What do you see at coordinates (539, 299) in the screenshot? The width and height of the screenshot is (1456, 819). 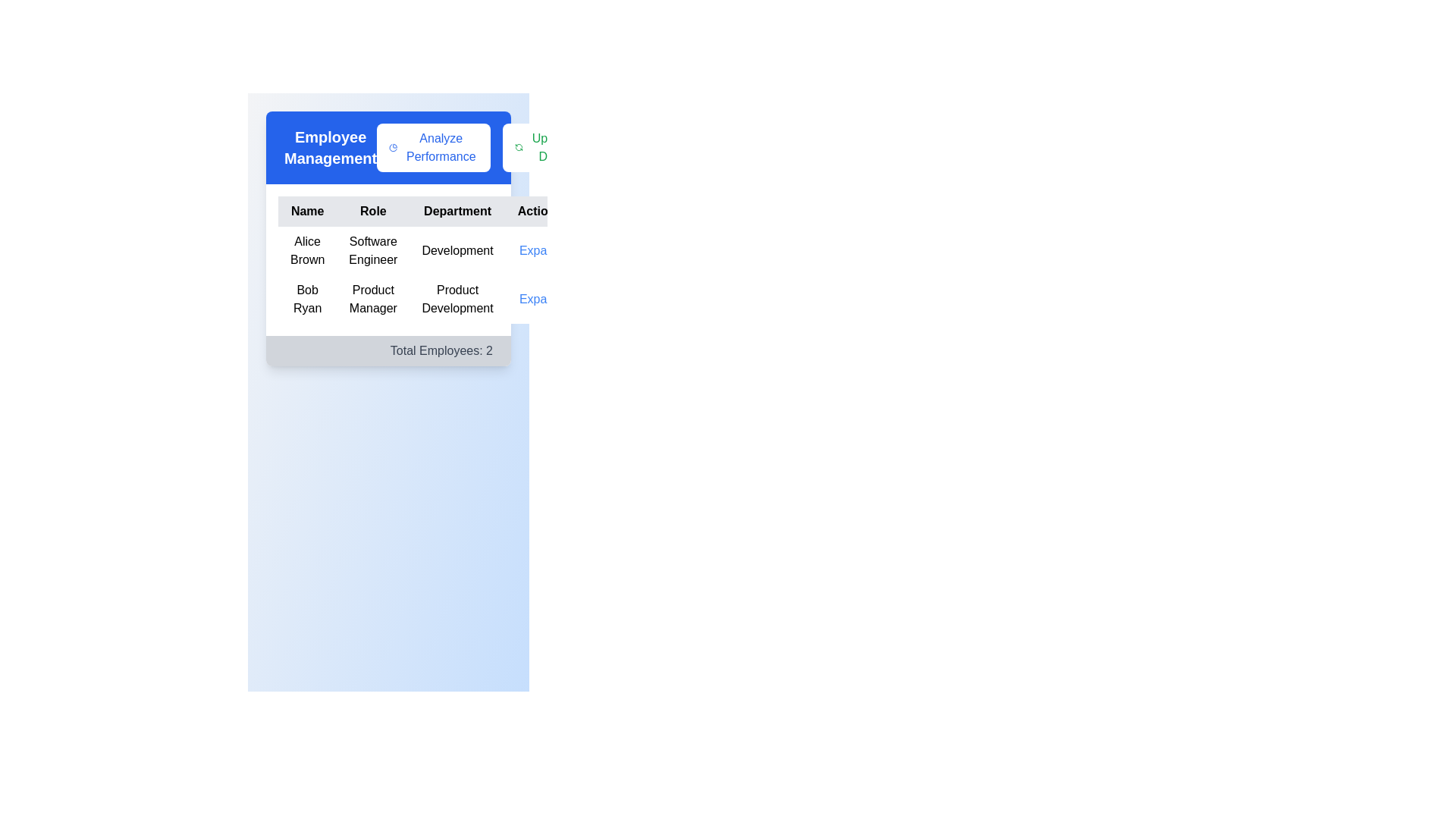 I see `the interactive text link in the 'Action' column associated with 'Bob Ryan'` at bounding box center [539, 299].